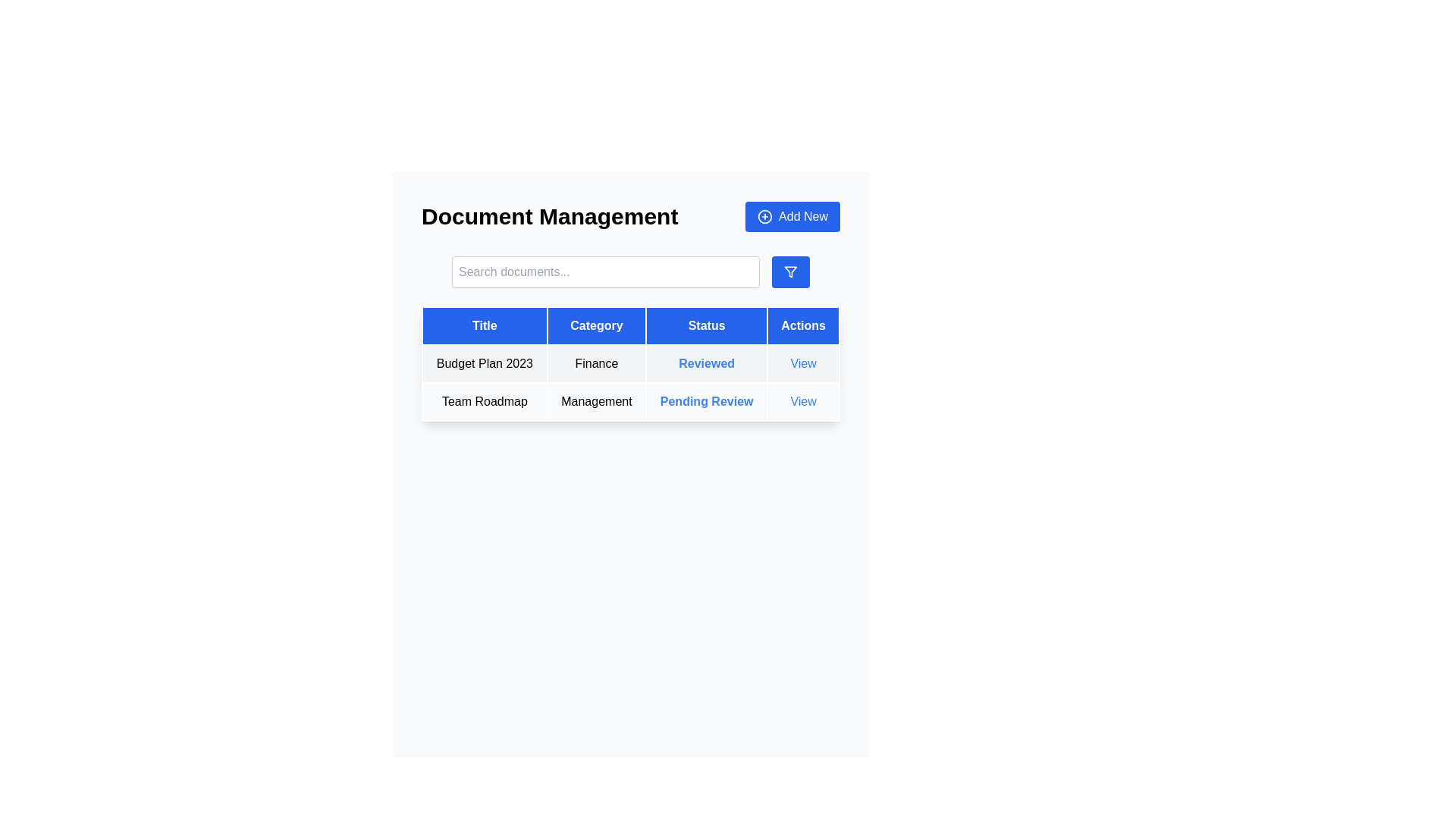  I want to click on the details of the icon representing a circle with a plus sign, located within the 'Add New' button in the top-right corner of the section, so click(765, 216).